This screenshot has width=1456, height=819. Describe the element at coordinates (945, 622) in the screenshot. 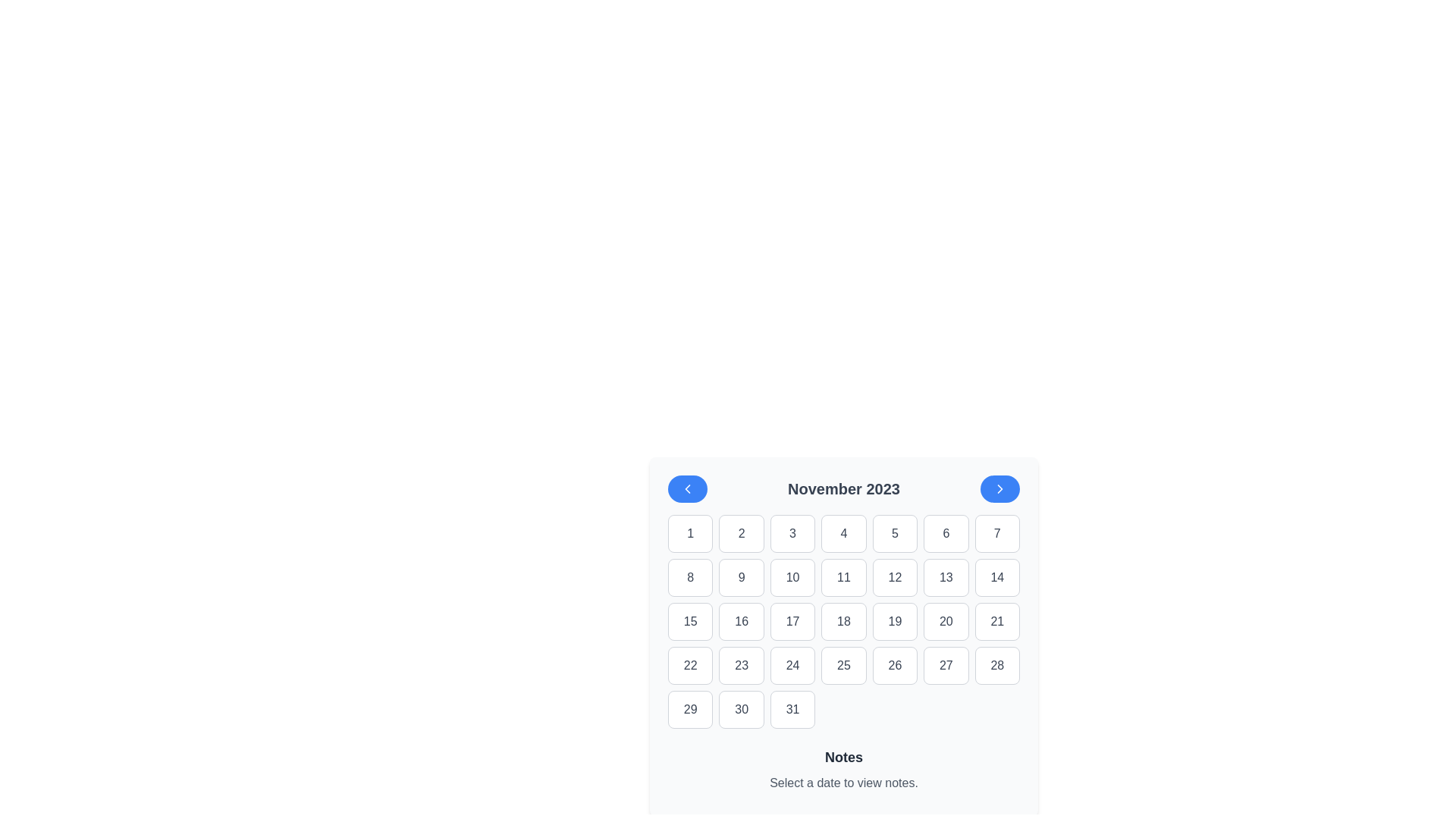

I see `the button labeled '20' with a white background and gray border, located in the third row and sixth column of the grid` at that location.